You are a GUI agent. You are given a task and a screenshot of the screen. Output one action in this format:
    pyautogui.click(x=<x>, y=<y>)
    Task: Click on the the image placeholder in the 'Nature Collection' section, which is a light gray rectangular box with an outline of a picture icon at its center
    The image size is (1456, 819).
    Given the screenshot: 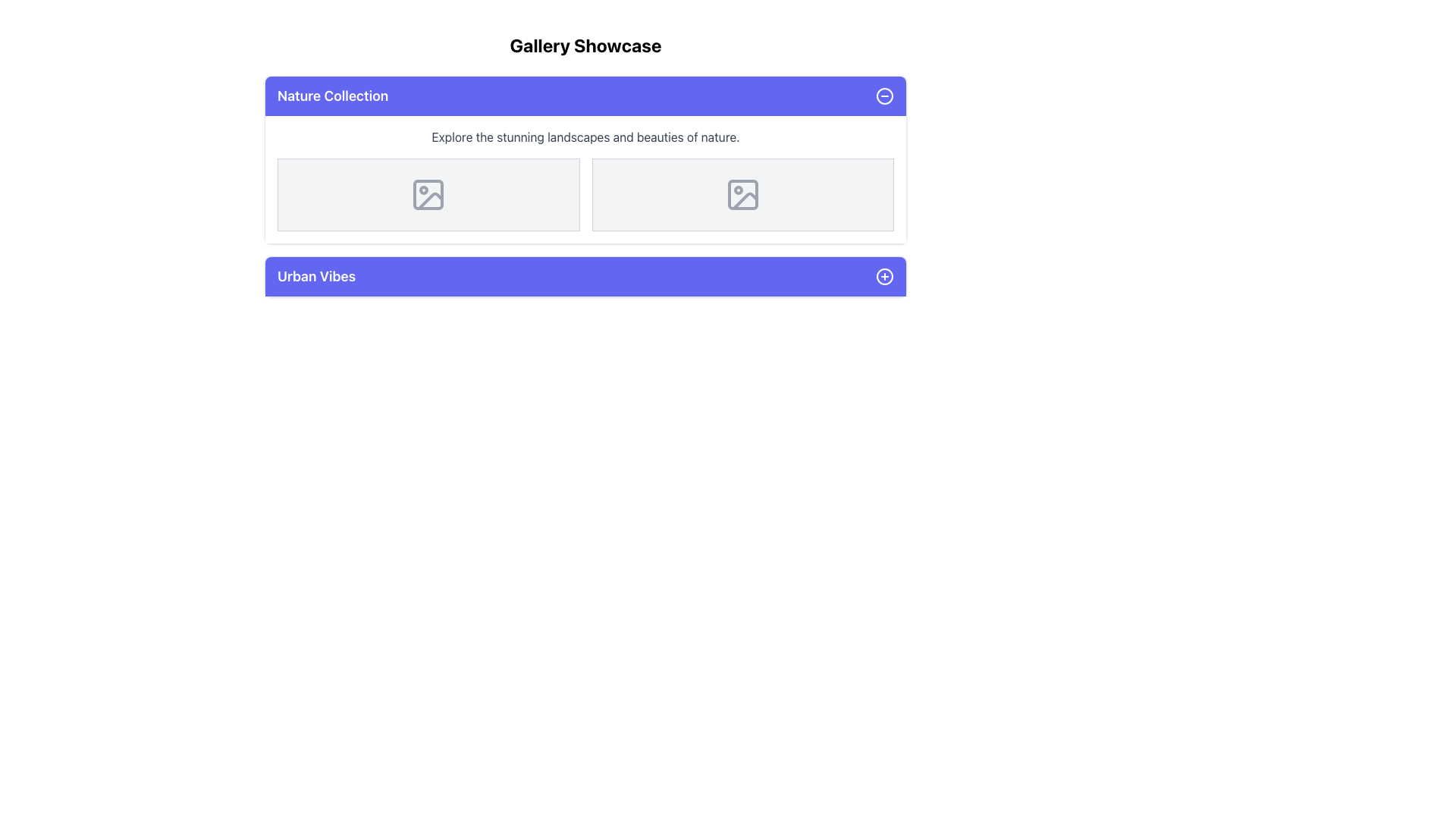 What is the action you would take?
    pyautogui.click(x=428, y=194)
    